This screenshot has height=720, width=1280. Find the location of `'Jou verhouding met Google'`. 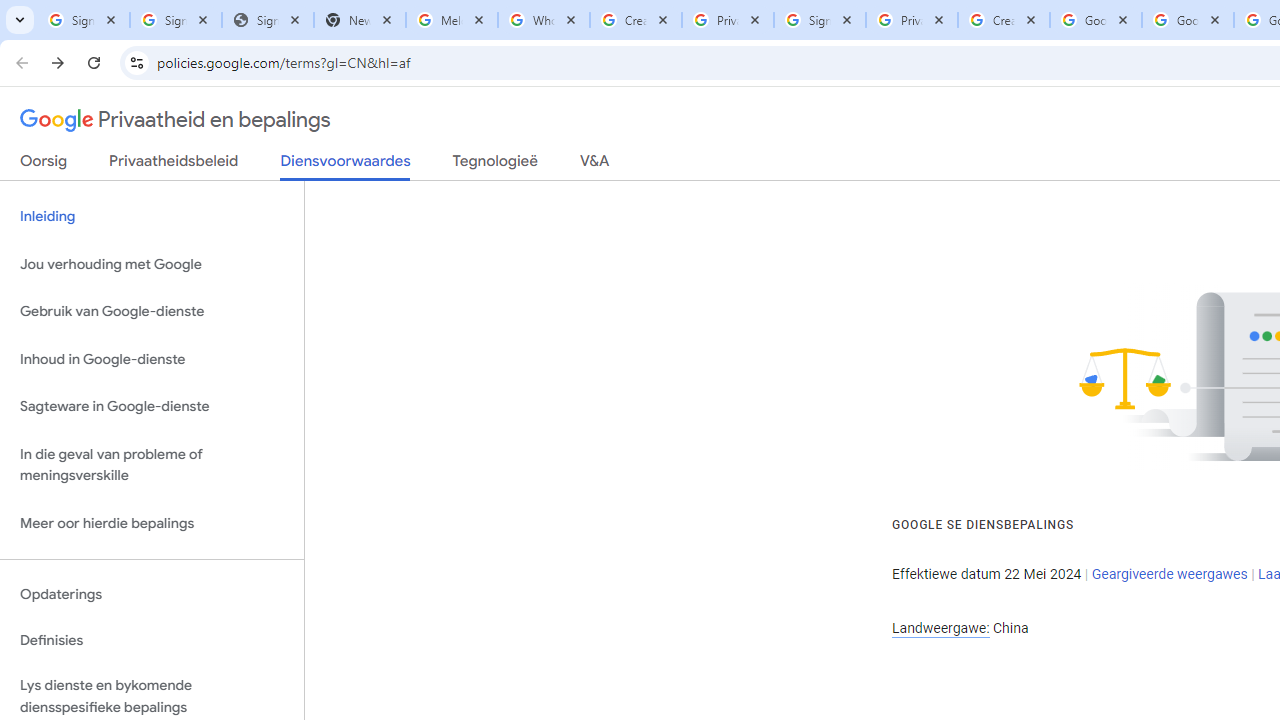

'Jou verhouding met Google' is located at coordinates (151, 263).